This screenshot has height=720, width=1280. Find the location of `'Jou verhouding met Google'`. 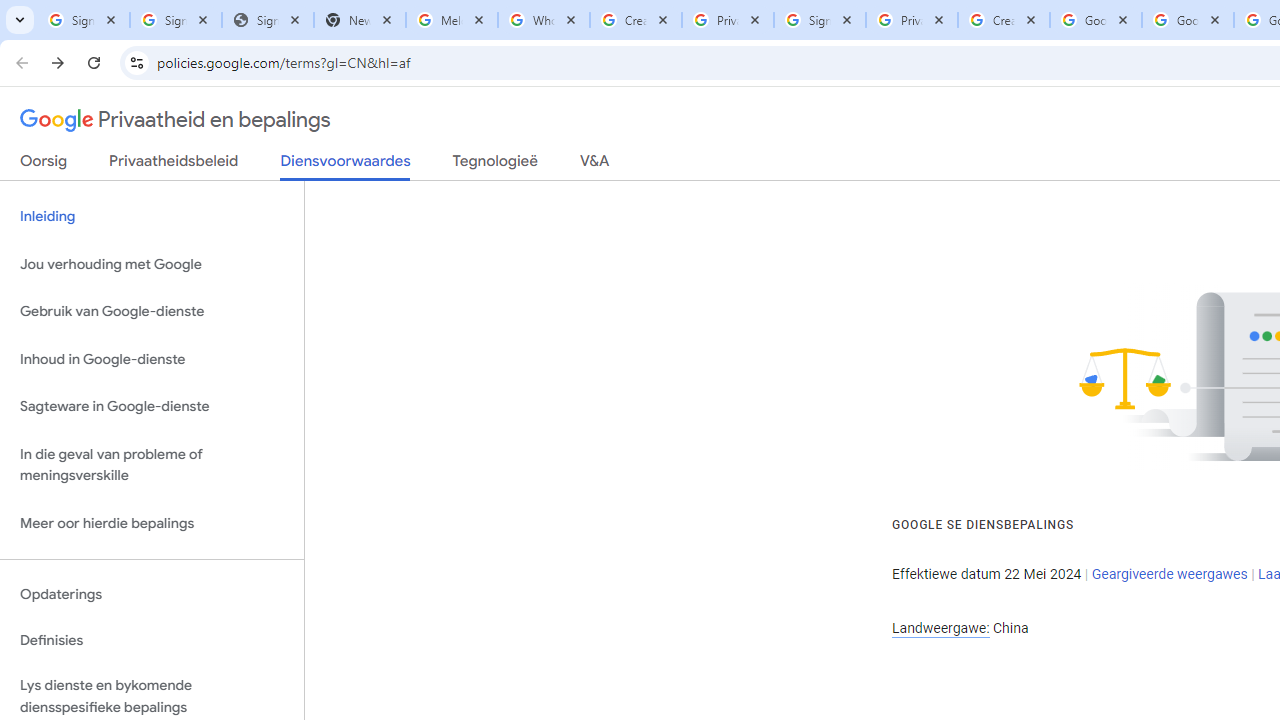

'Jou verhouding met Google' is located at coordinates (151, 263).